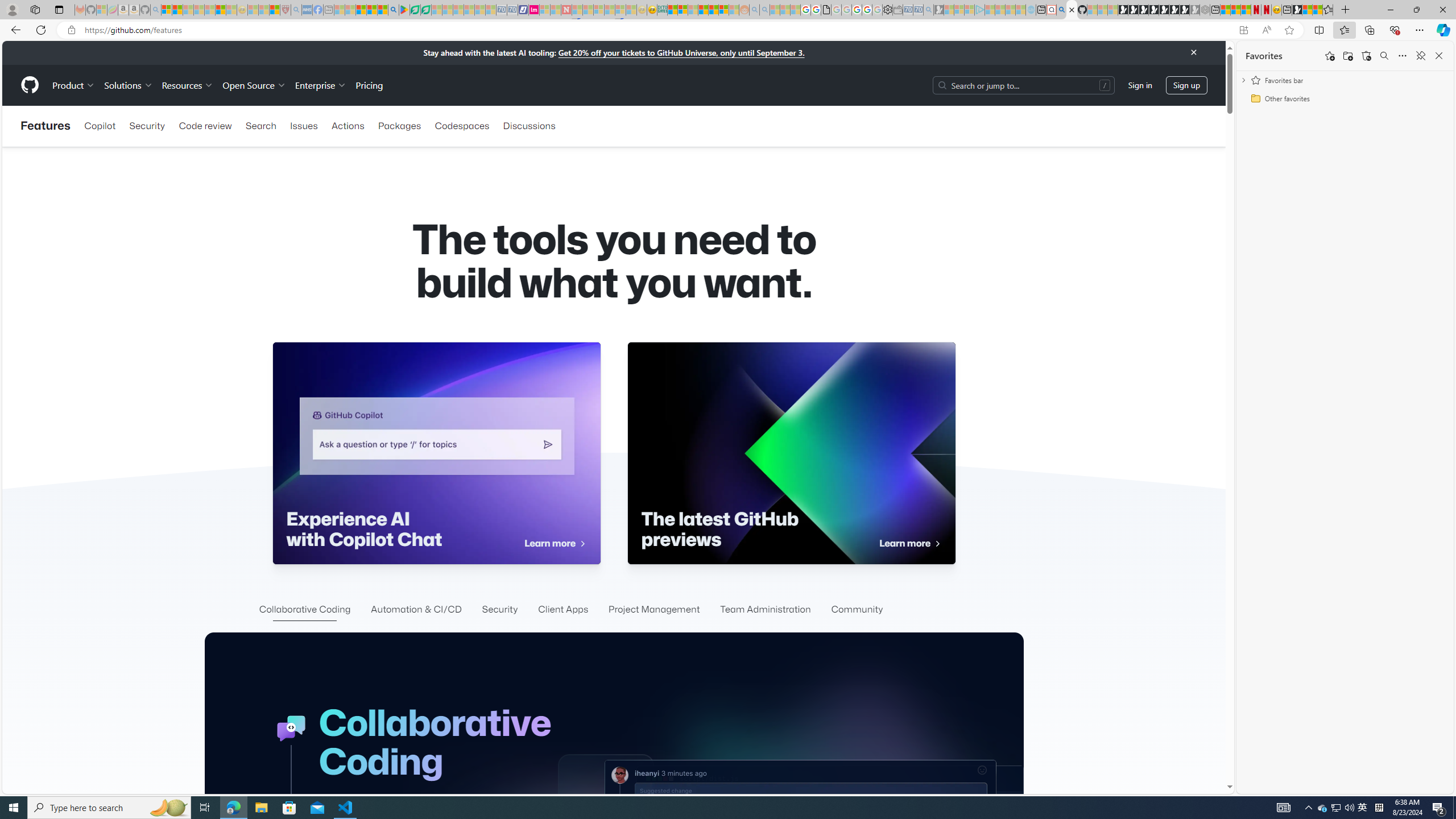 The height and width of the screenshot is (819, 1456). Describe the element at coordinates (74, 85) in the screenshot. I see `'Product'` at that location.